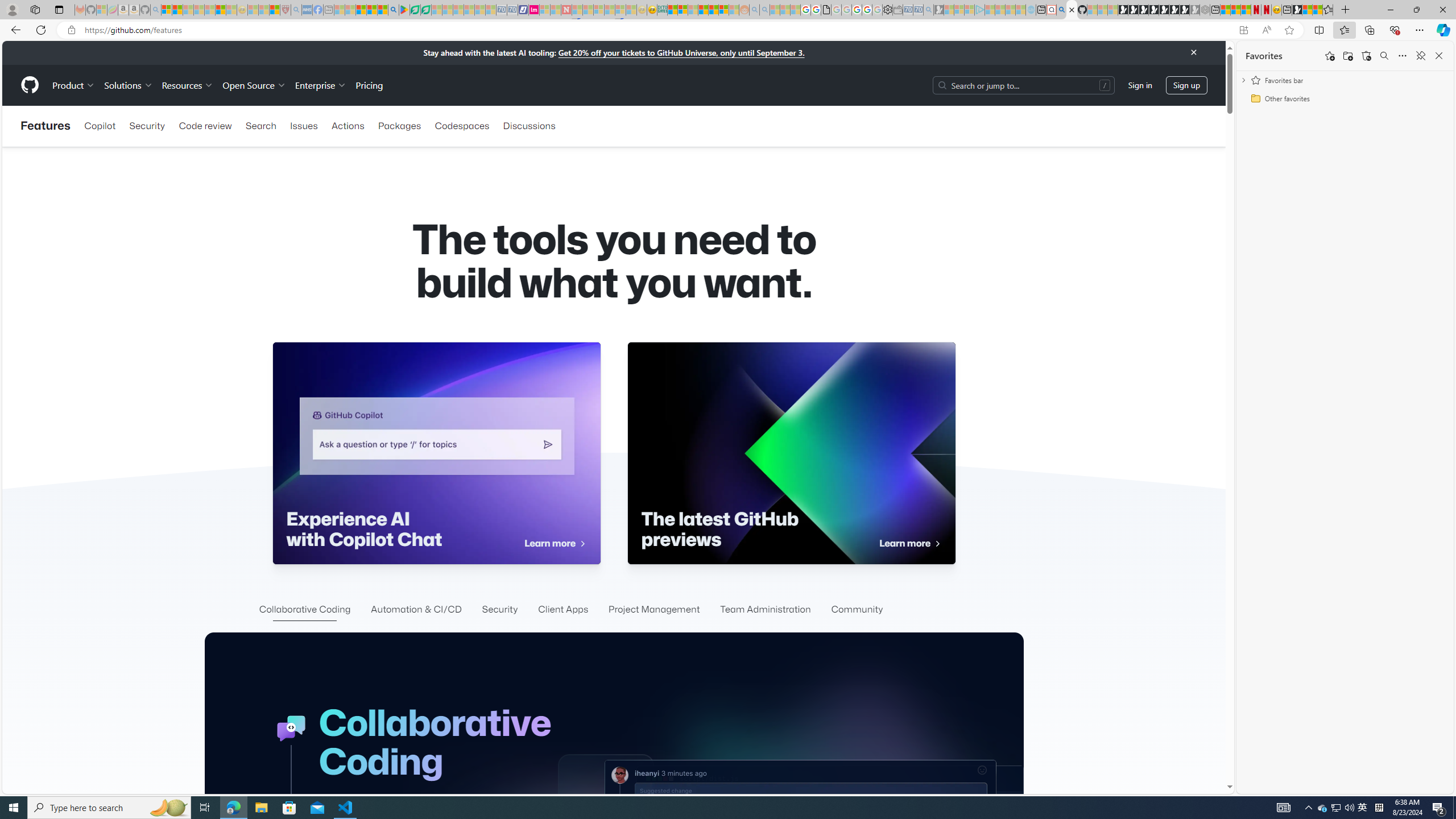 The height and width of the screenshot is (819, 1456). Describe the element at coordinates (74, 85) in the screenshot. I see `'Product'` at that location.